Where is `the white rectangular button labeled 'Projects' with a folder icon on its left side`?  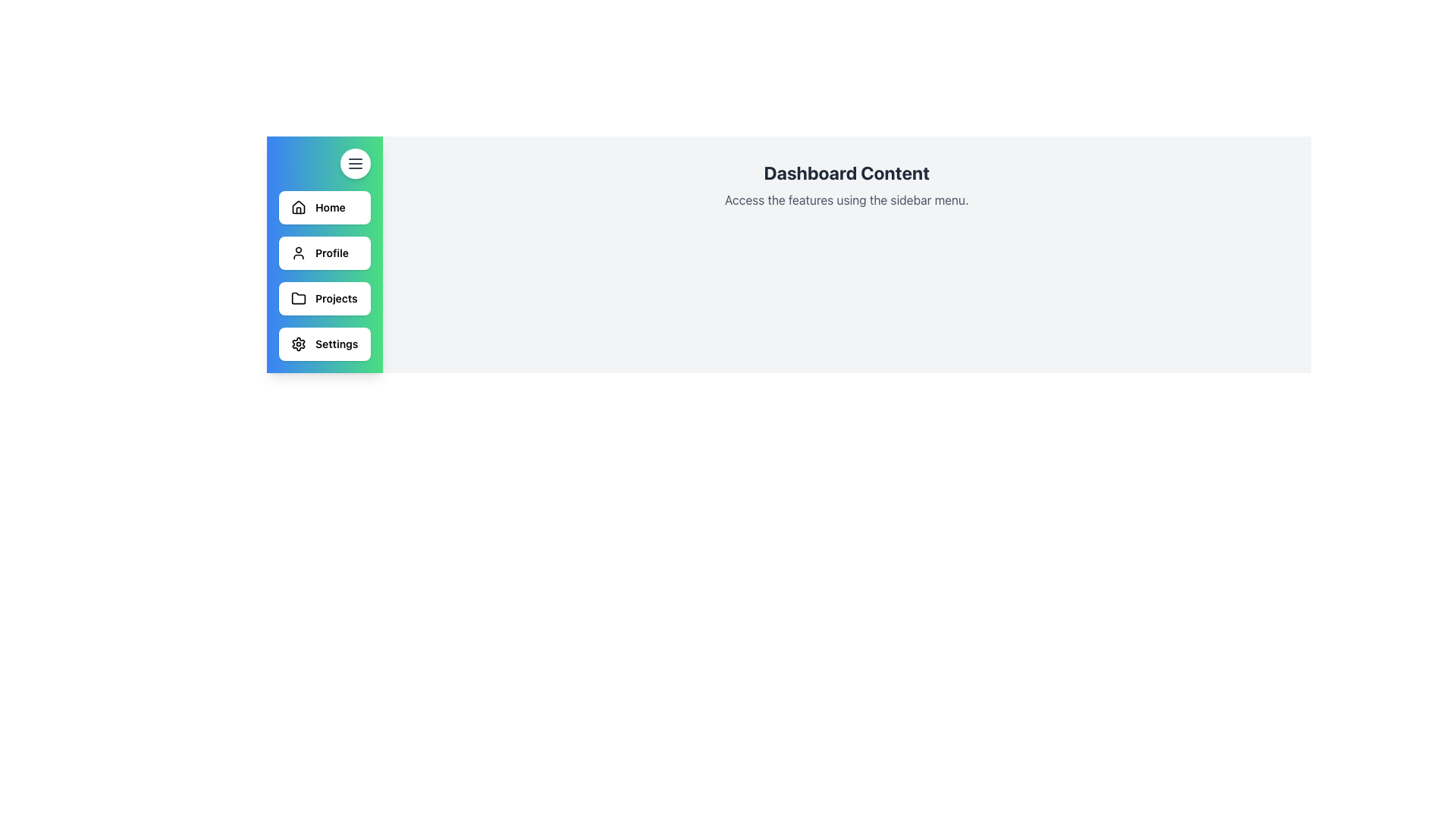
the white rectangular button labeled 'Projects' with a folder icon on its left side is located at coordinates (324, 298).